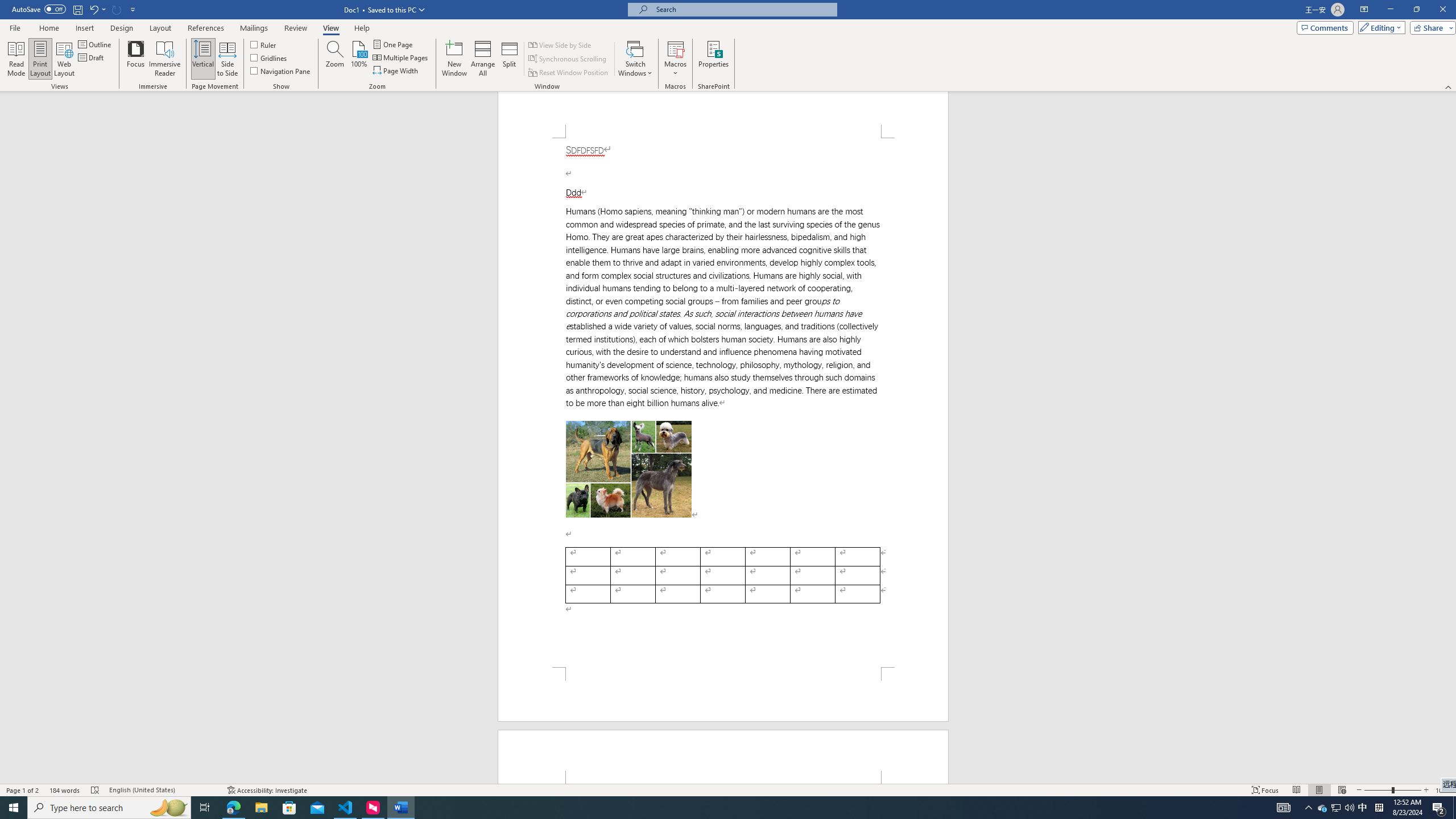  I want to click on 'Outline', so click(95, 44).